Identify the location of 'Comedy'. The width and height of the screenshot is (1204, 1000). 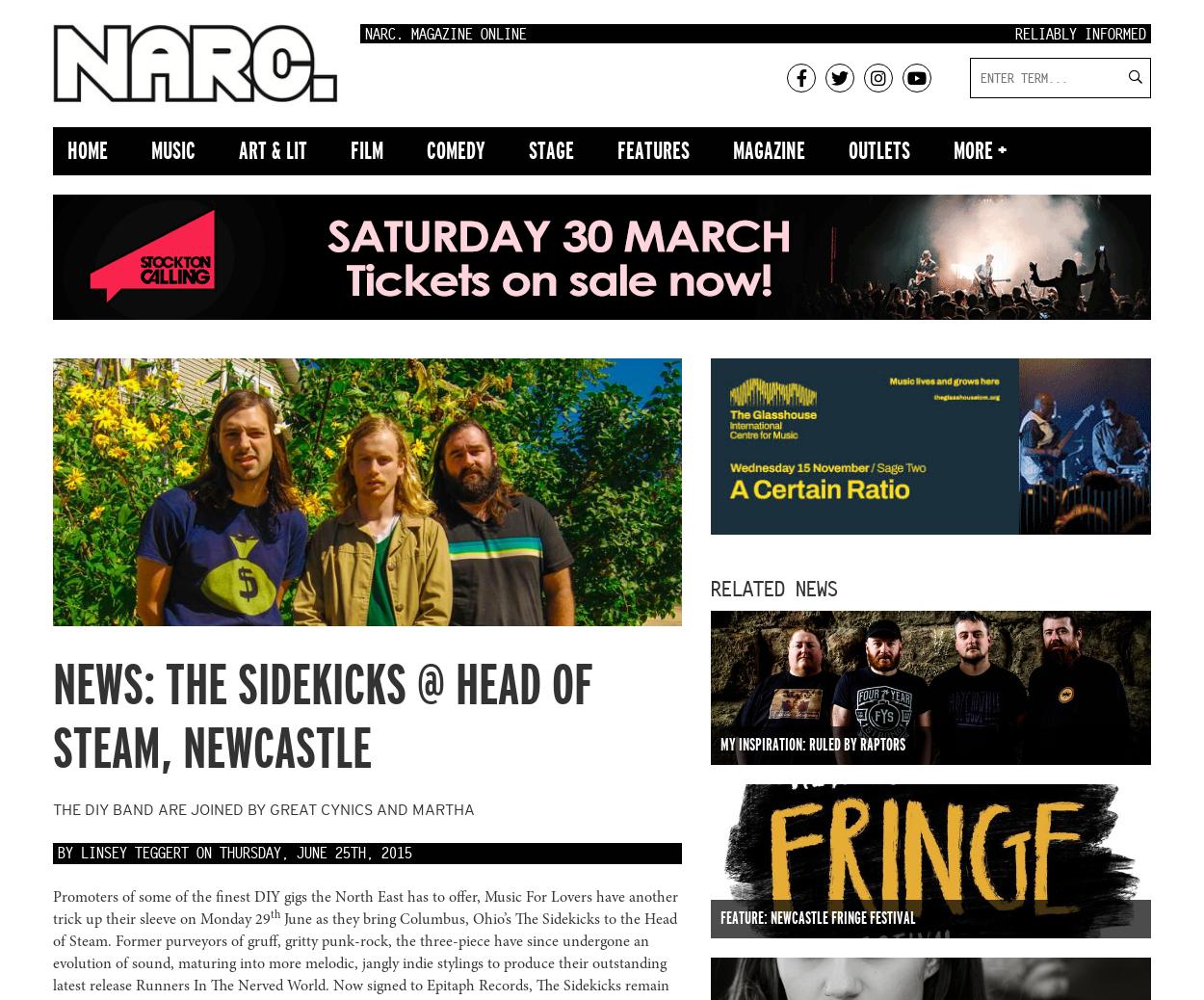
(455, 149).